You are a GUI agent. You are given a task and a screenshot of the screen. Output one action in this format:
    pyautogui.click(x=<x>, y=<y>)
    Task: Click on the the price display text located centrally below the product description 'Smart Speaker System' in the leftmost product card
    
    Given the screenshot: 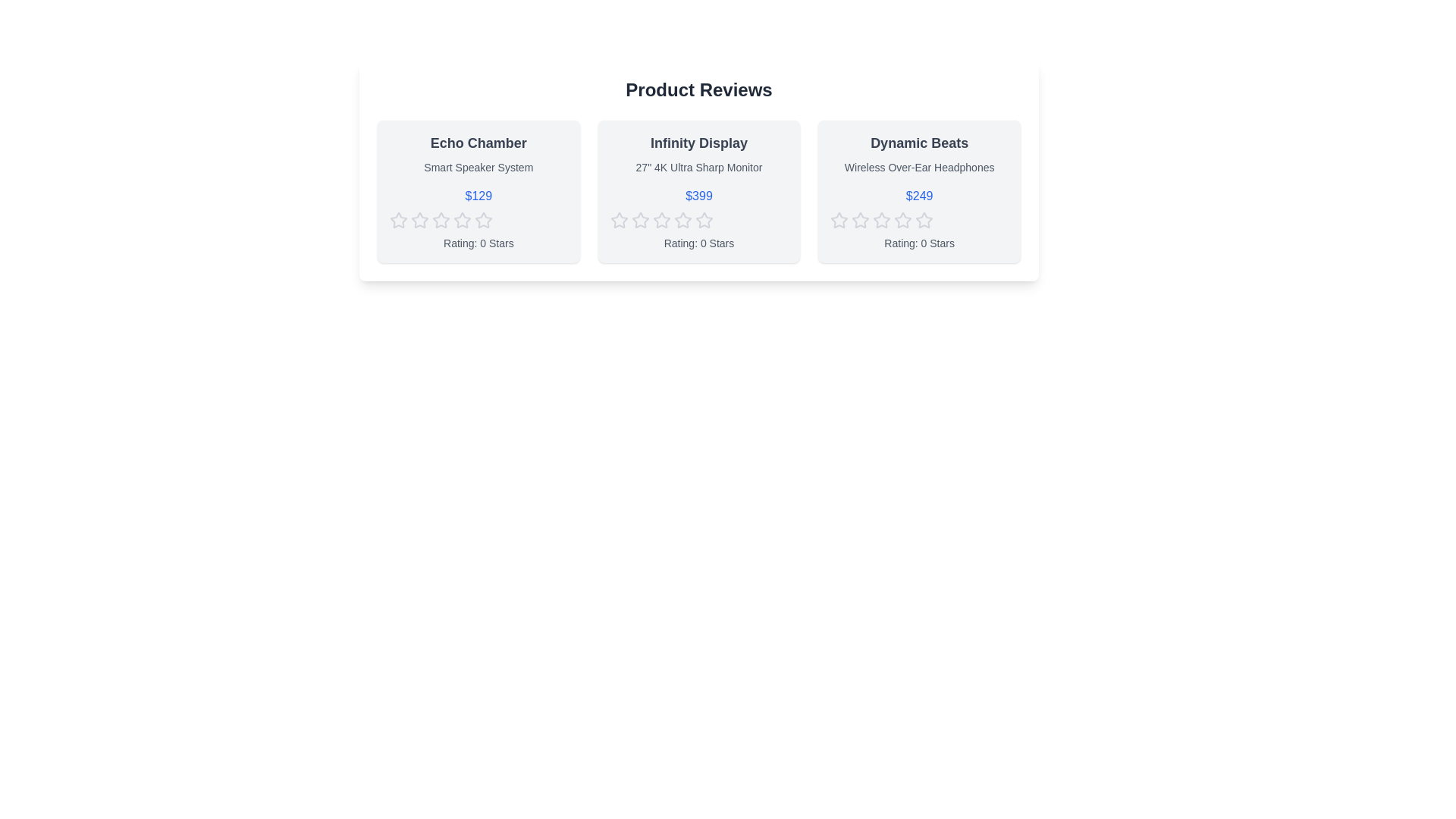 What is the action you would take?
    pyautogui.click(x=478, y=195)
    